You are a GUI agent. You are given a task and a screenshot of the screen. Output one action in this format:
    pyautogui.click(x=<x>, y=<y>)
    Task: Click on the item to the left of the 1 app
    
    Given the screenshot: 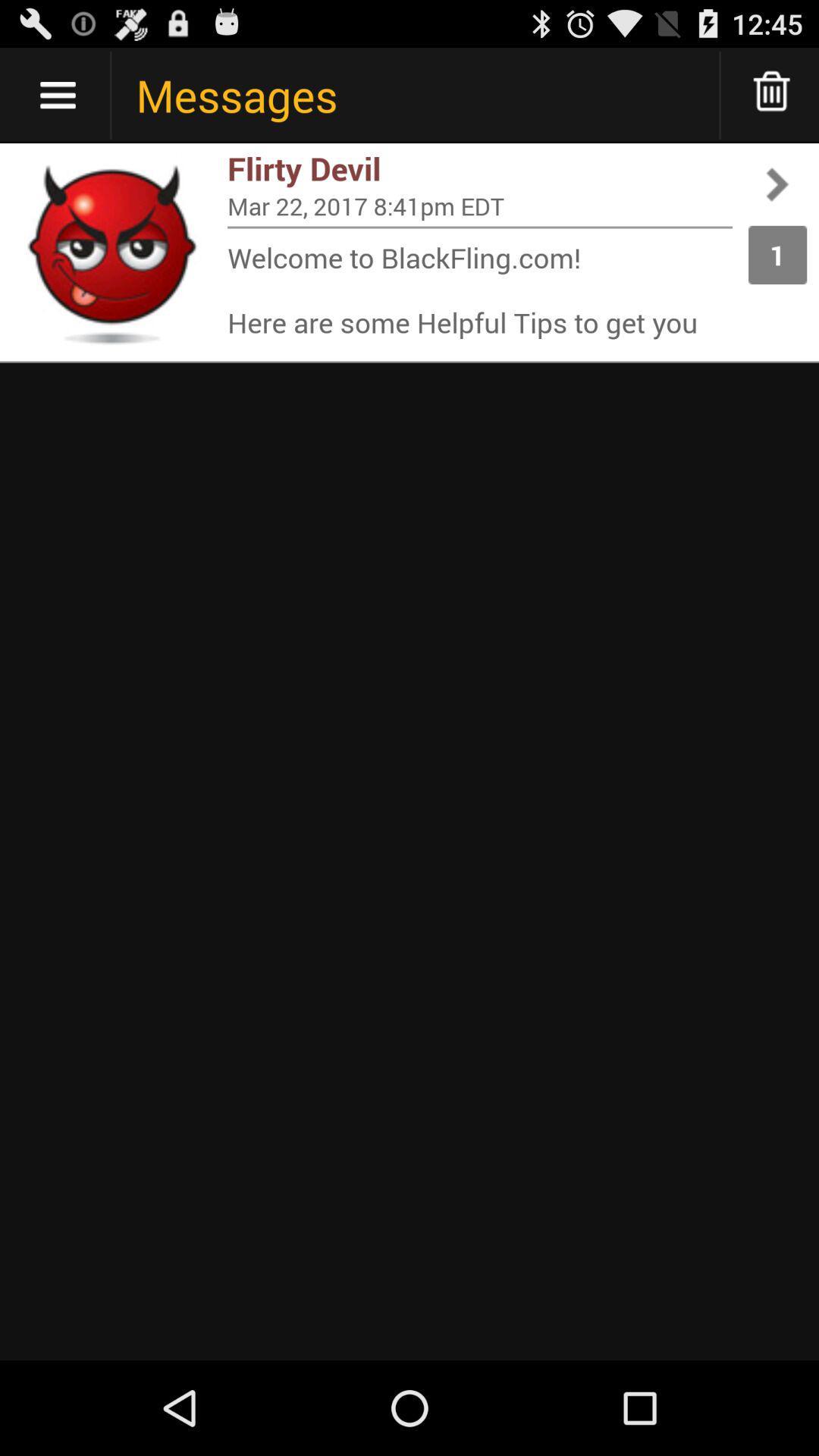 What is the action you would take?
    pyautogui.click(x=479, y=226)
    